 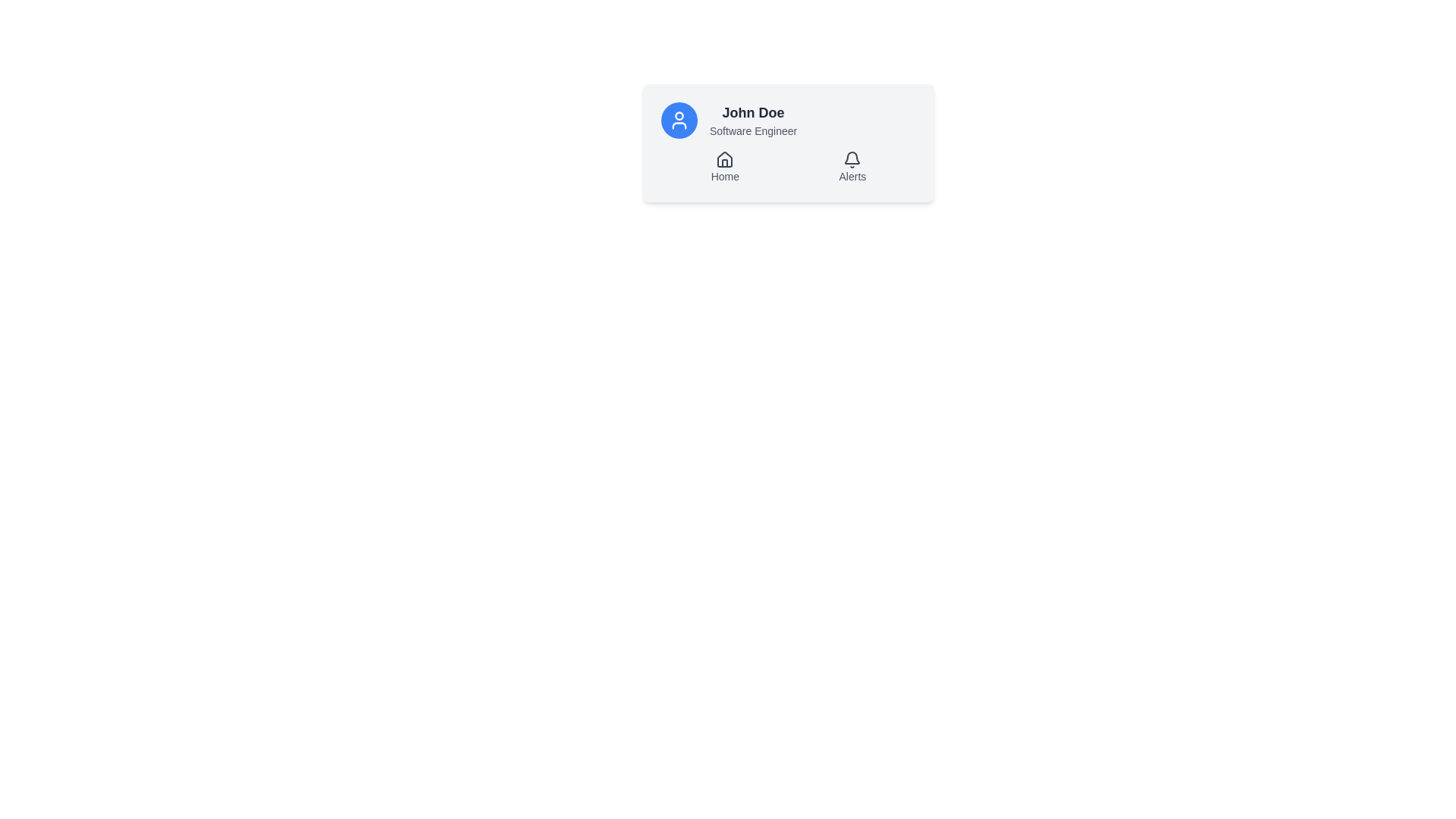 What do you see at coordinates (723, 158) in the screenshot?
I see `the 'Home' icon located at the leftmost position in the lower section of the profile card` at bounding box center [723, 158].